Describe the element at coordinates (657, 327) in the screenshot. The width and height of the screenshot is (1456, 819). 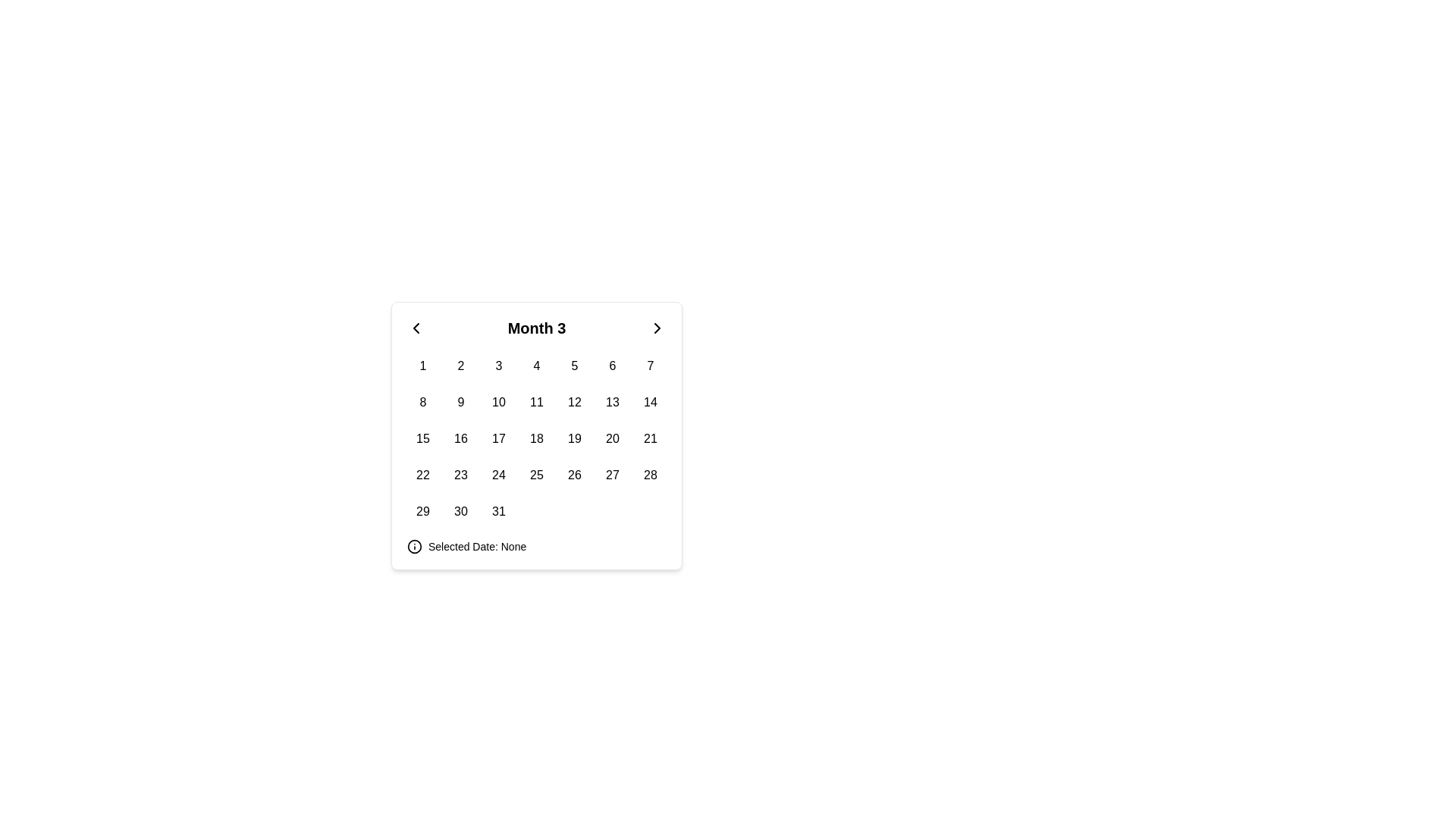
I see `the right chevron icon button located to the right of the 'Month 3' title in the header of the calendar widget` at that location.